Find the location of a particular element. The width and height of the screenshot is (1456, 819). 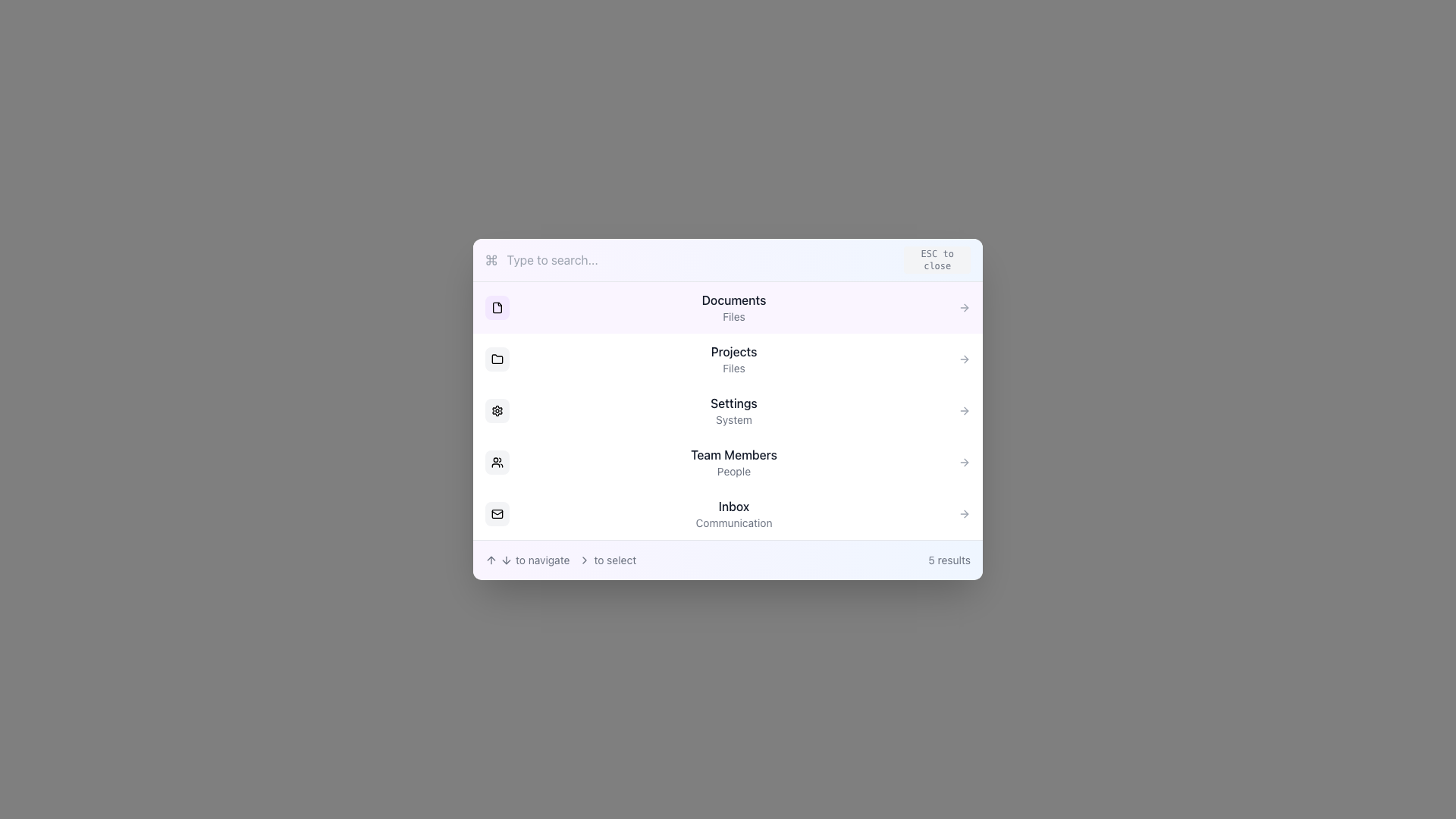

the right-pointing arrow icon located at the far right of the 'Team Members' list item is located at coordinates (964, 461).